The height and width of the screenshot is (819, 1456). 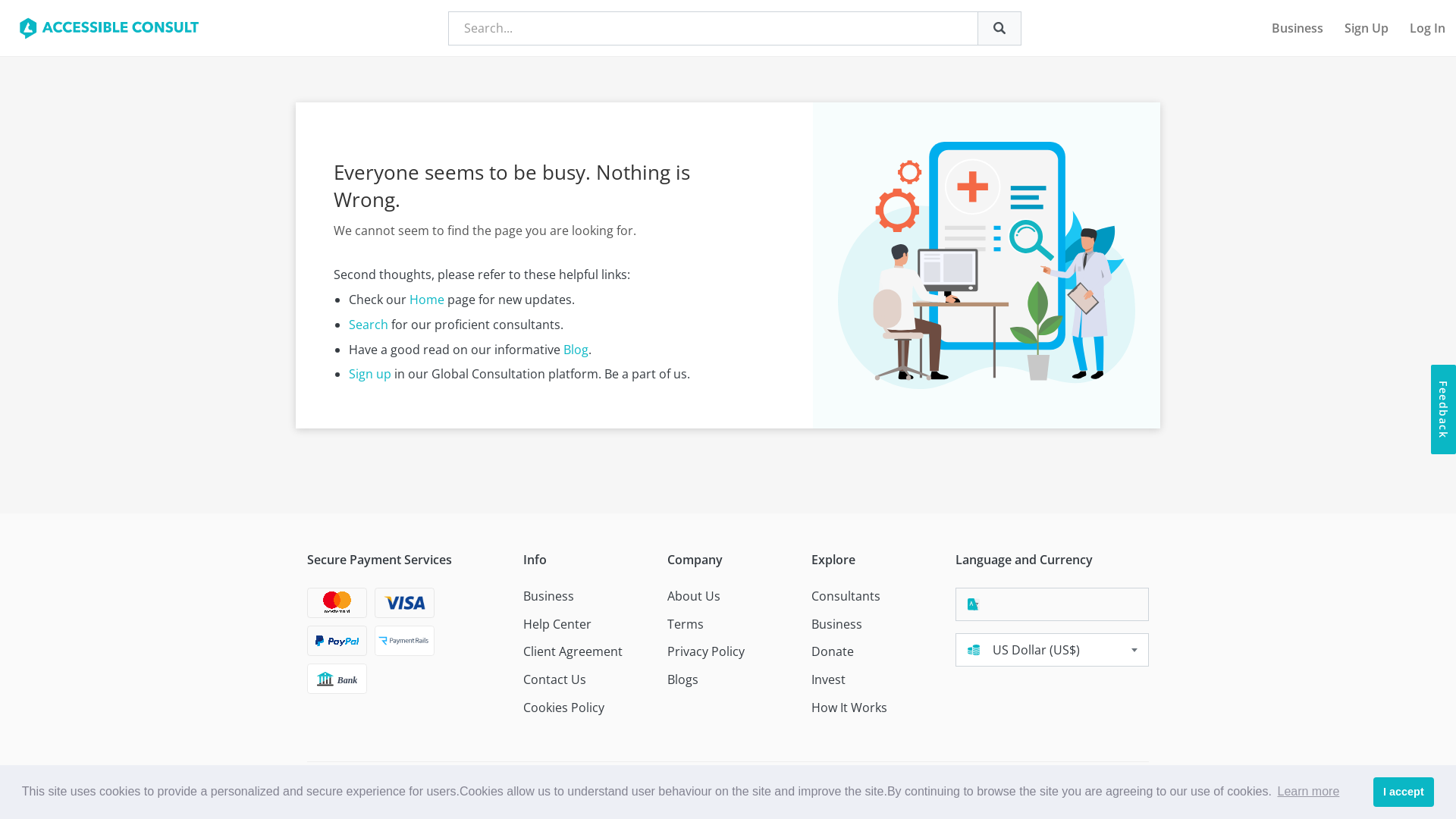 What do you see at coordinates (572, 651) in the screenshot?
I see `'Client Agreement'` at bounding box center [572, 651].